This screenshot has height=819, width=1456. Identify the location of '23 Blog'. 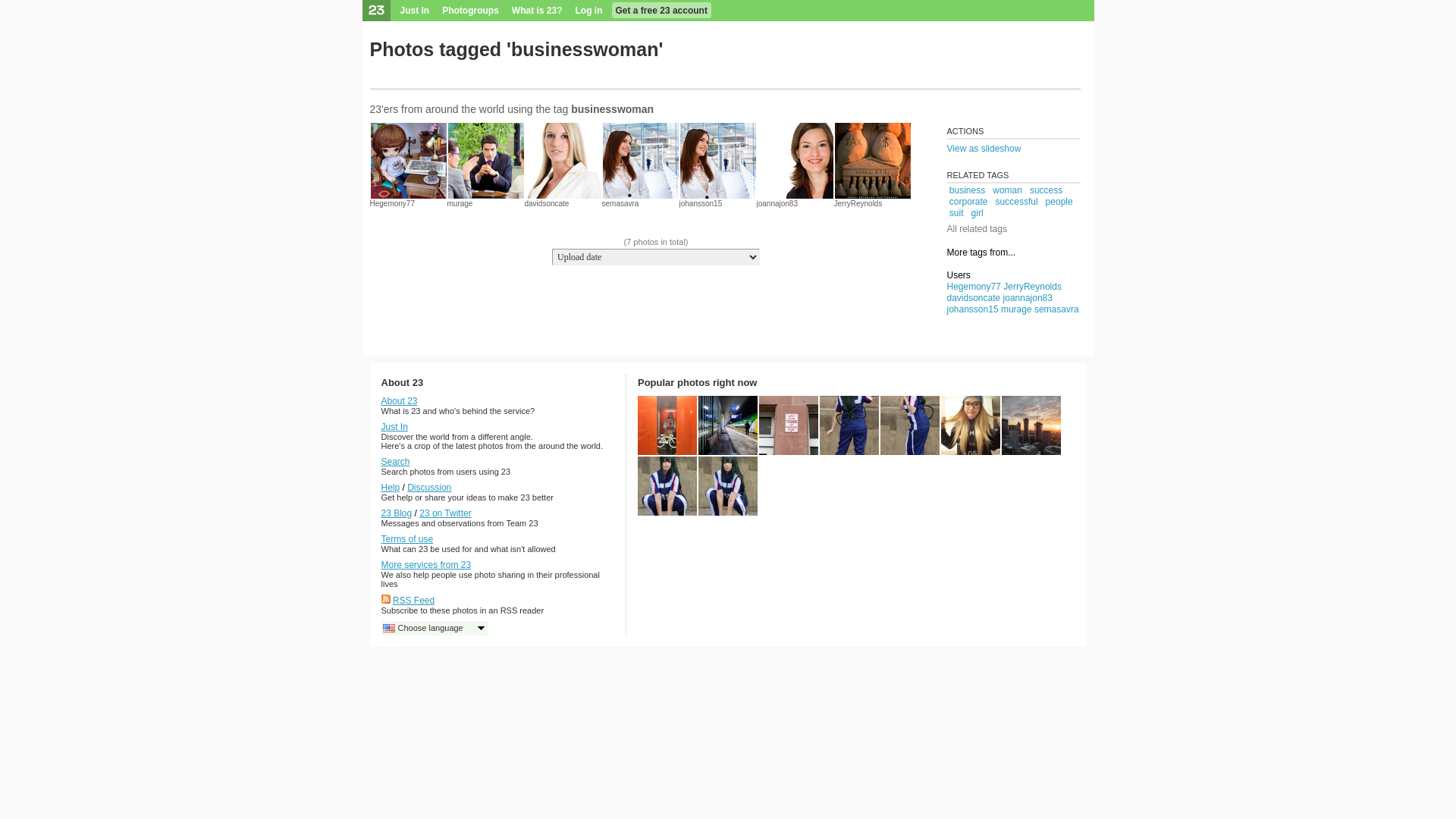
(396, 513).